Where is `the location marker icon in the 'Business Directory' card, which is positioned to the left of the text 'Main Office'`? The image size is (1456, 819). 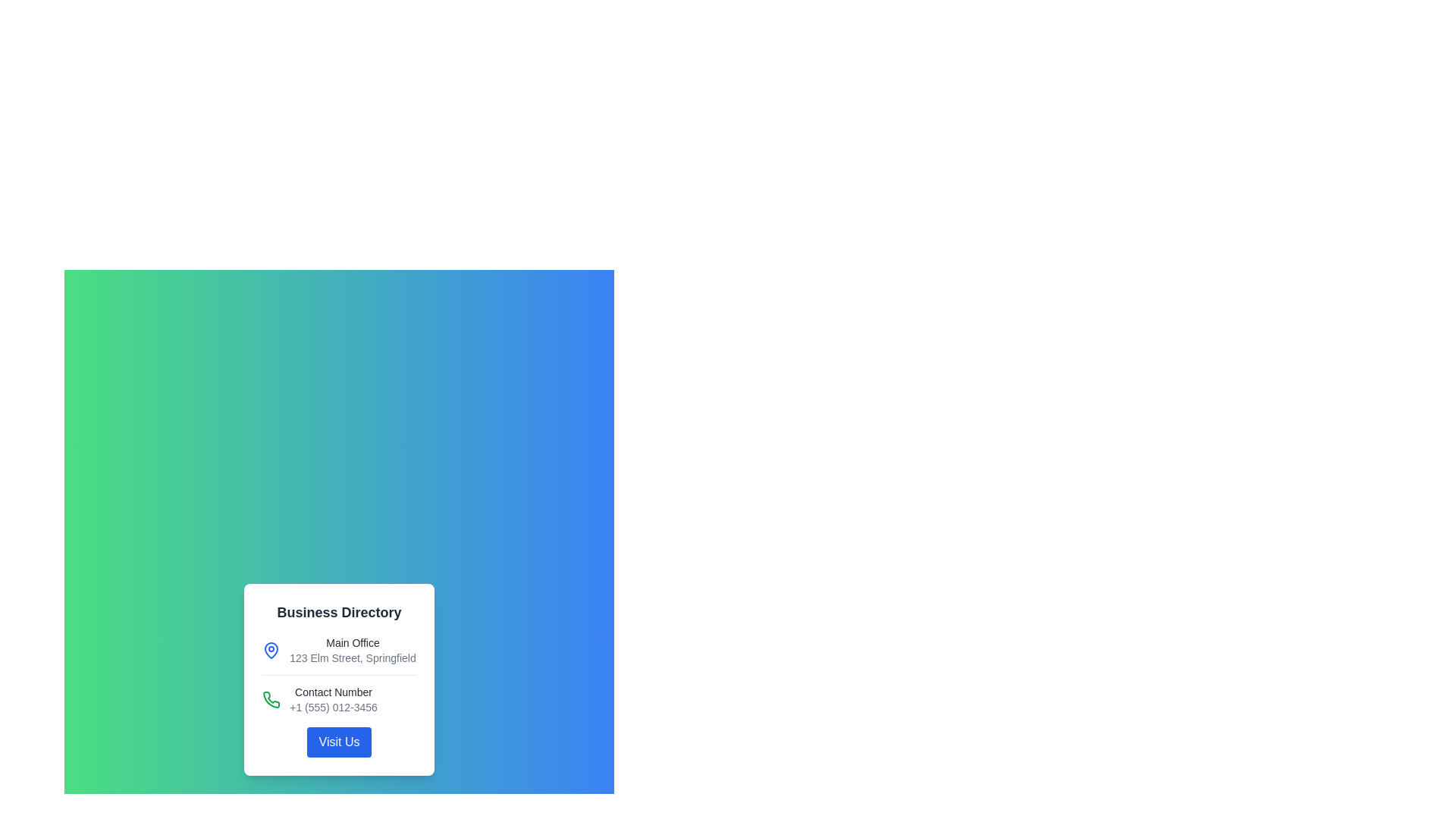 the location marker icon in the 'Business Directory' card, which is positioned to the left of the text 'Main Office' is located at coordinates (271, 649).